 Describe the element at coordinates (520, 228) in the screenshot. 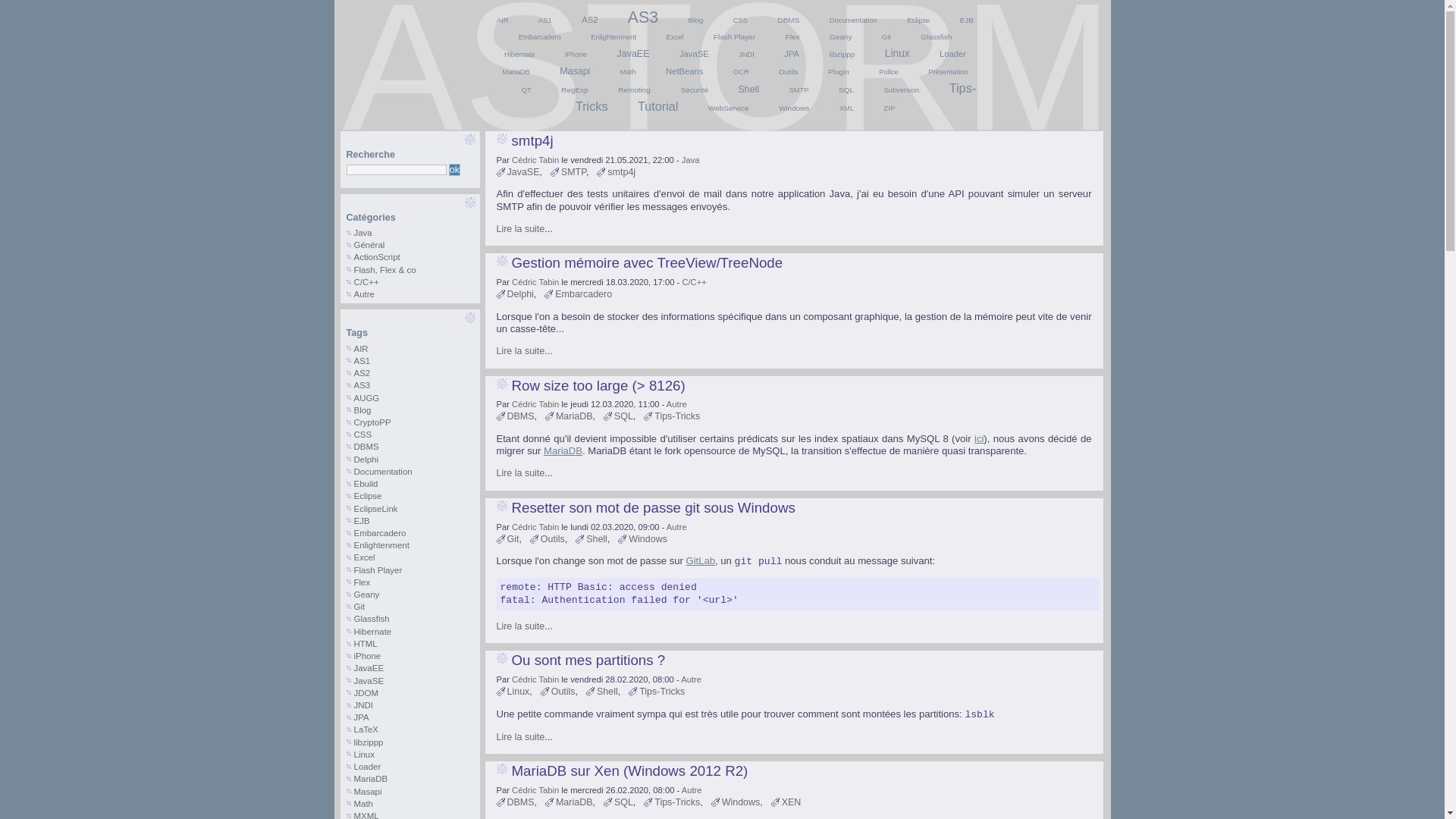

I see `'Lire la suite'` at that location.